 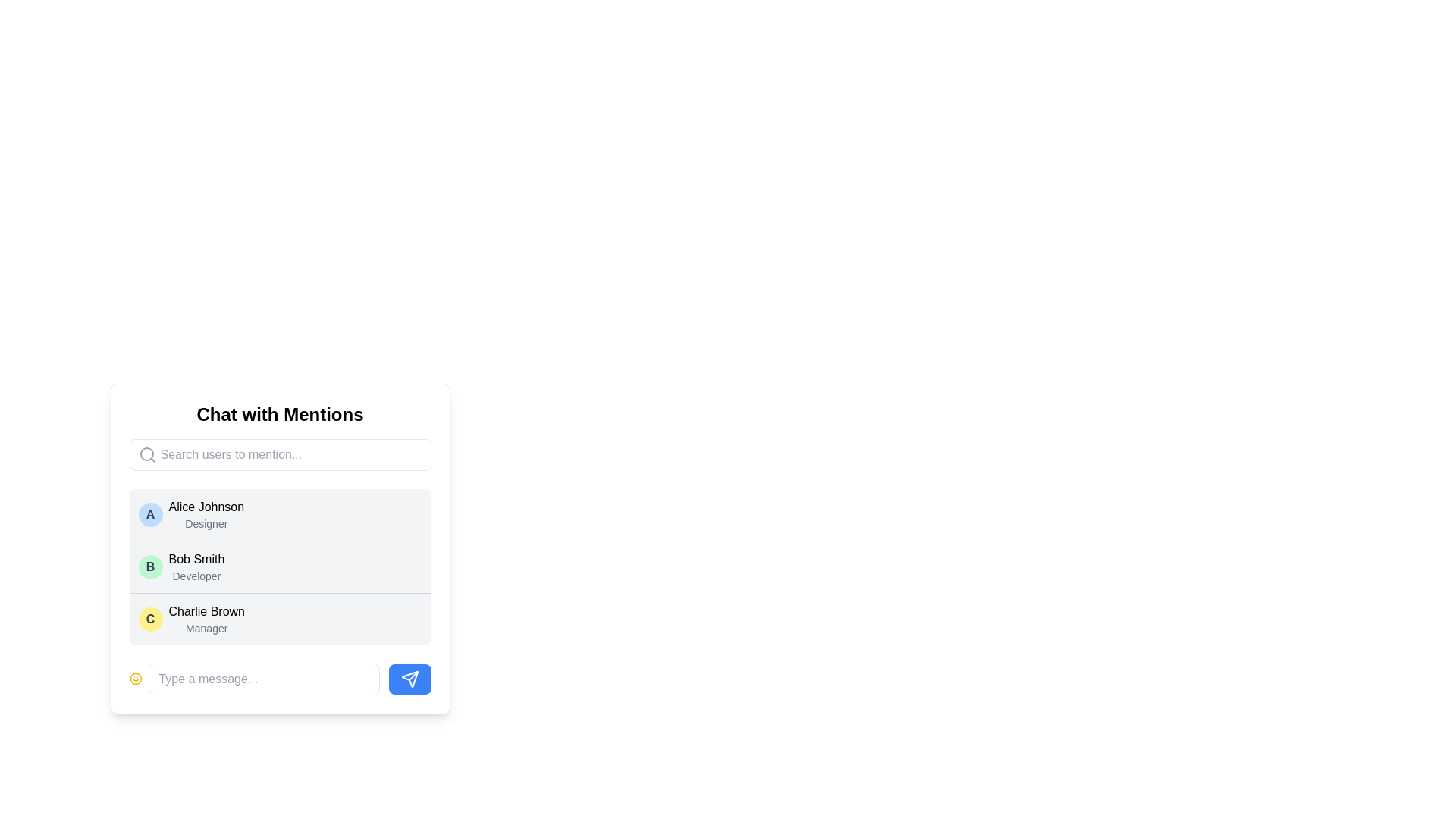 What do you see at coordinates (150, 620) in the screenshot?
I see `the avatar for 'Charlie Brown' located in the 'Chat with Mentions' list, positioned to the left of the text 'Charlie Brown' and above 'Manager.'` at bounding box center [150, 620].